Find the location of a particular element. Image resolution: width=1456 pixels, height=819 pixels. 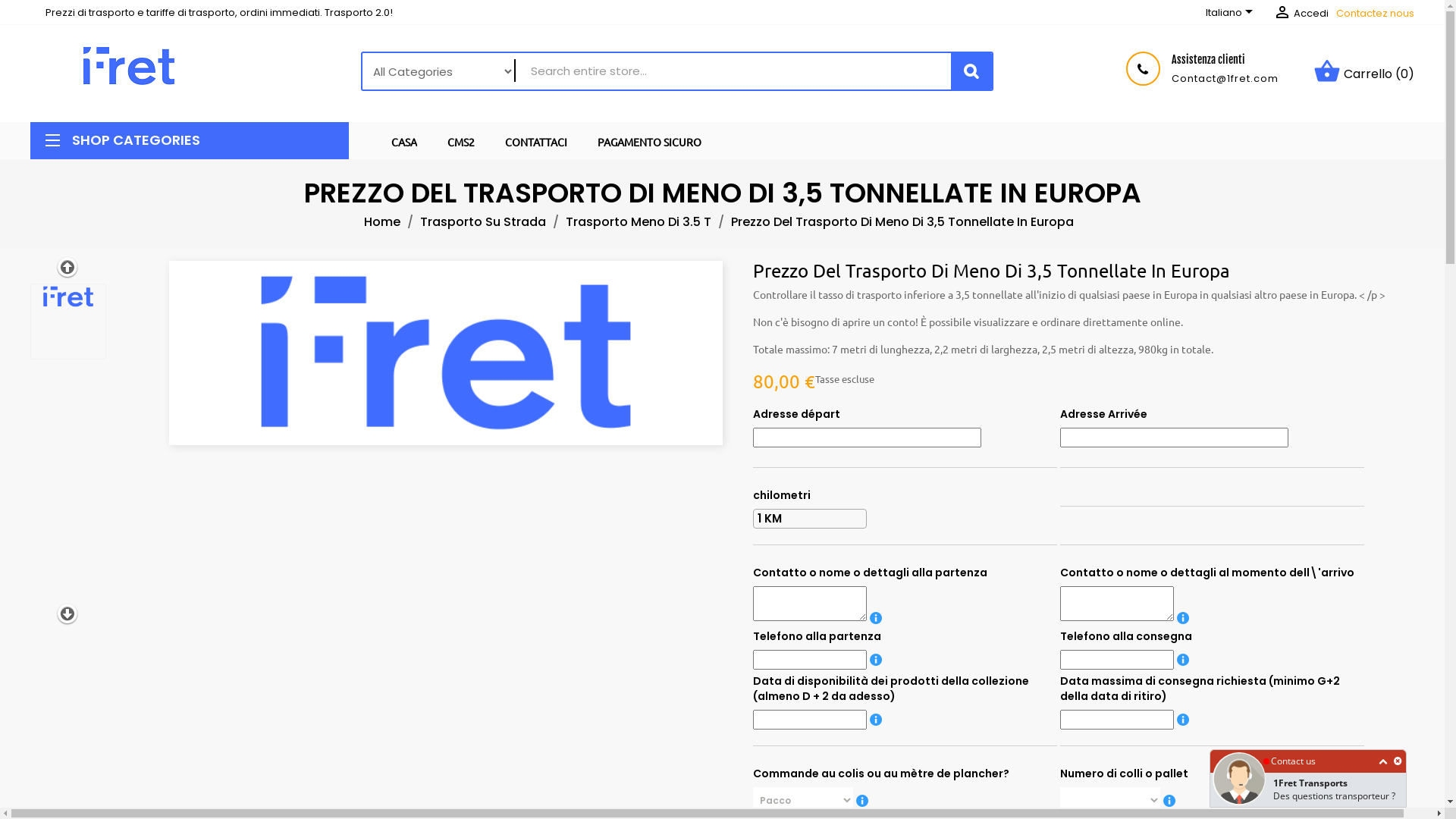

'Contactez nous' is located at coordinates (1375, 13).